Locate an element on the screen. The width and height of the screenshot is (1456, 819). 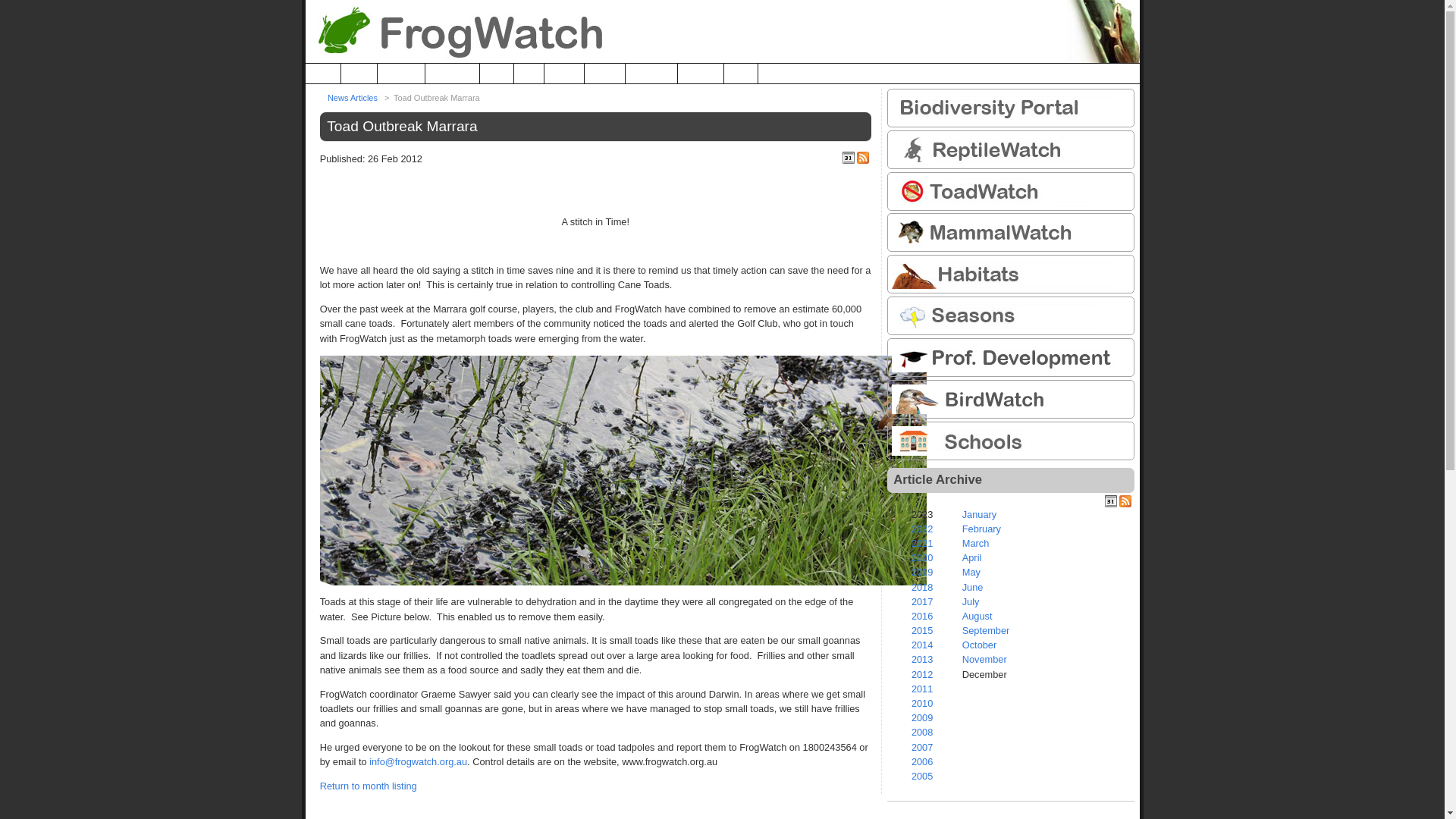
'News Articles' is located at coordinates (327, 97).